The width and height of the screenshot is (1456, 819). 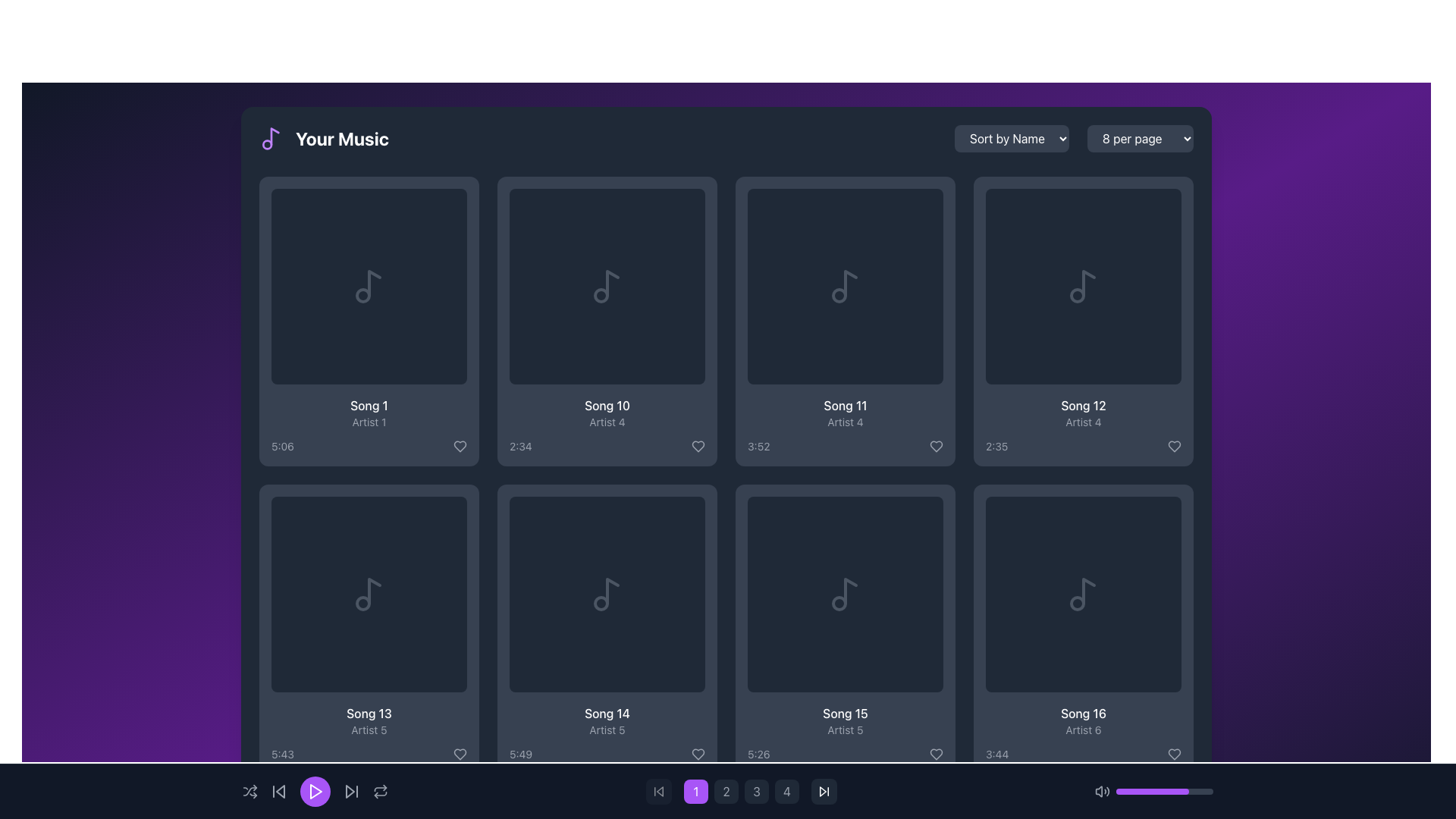 I want to click on the dark gray square media icon with a note symbol in the center, so click(x=607, y=593).